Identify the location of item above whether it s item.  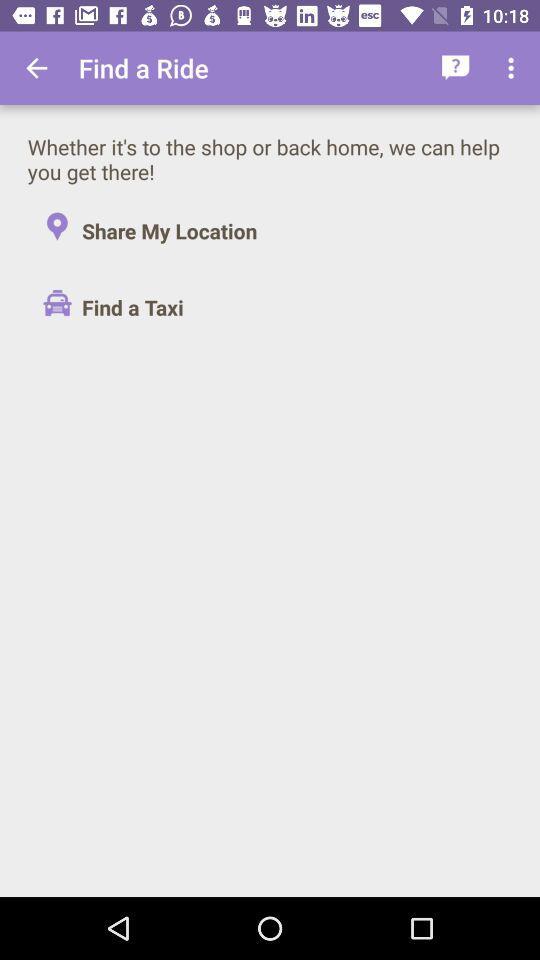
(36, 68).